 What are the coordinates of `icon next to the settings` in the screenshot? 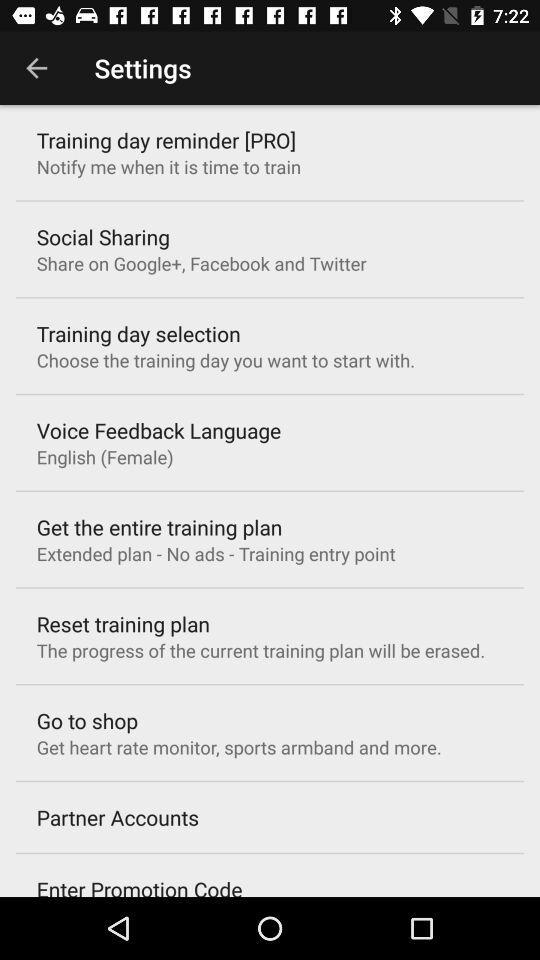 It's located at (36, 68).